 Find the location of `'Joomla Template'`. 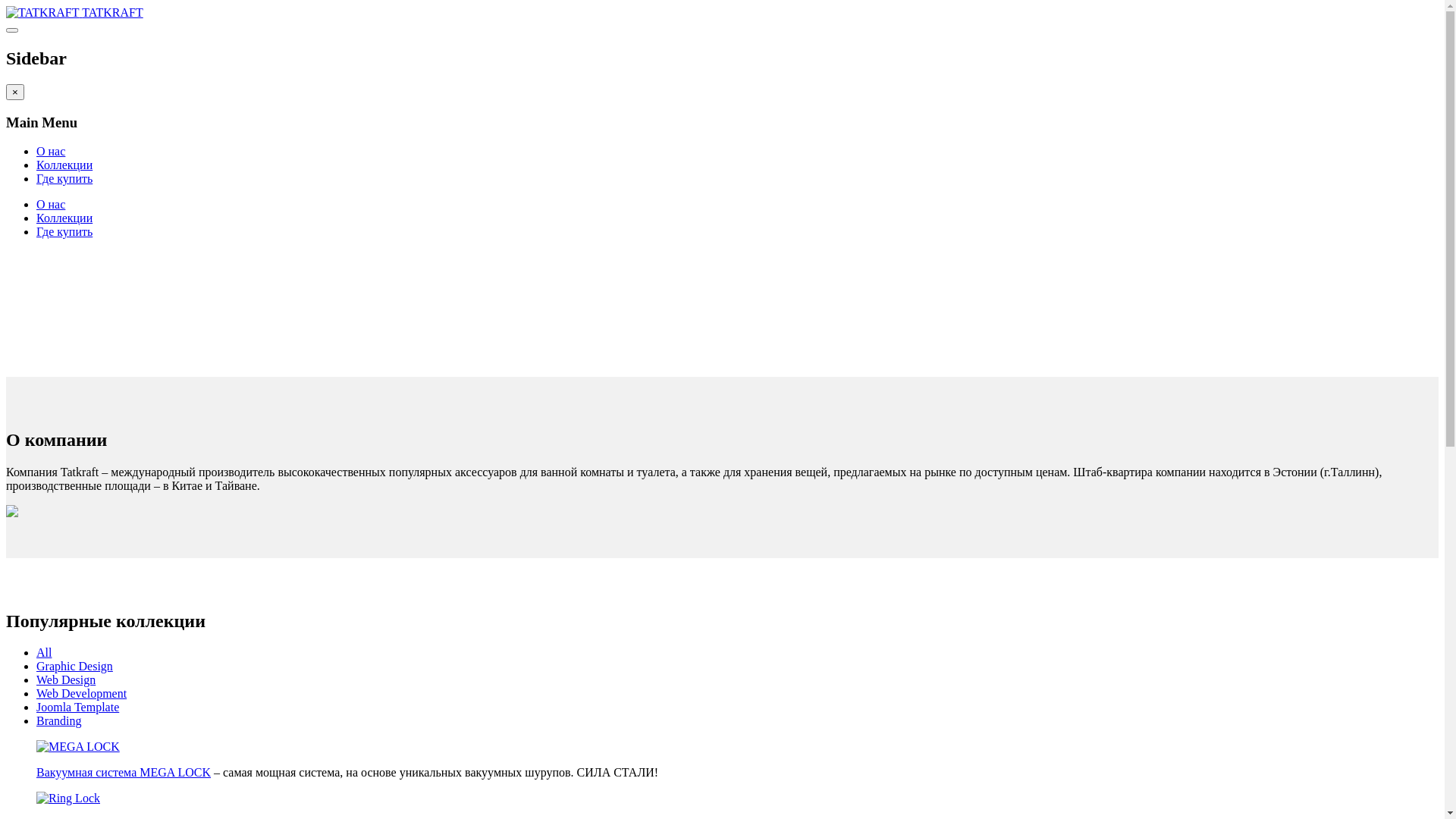

'Joomla Template' is located at coordinates (77, 707).